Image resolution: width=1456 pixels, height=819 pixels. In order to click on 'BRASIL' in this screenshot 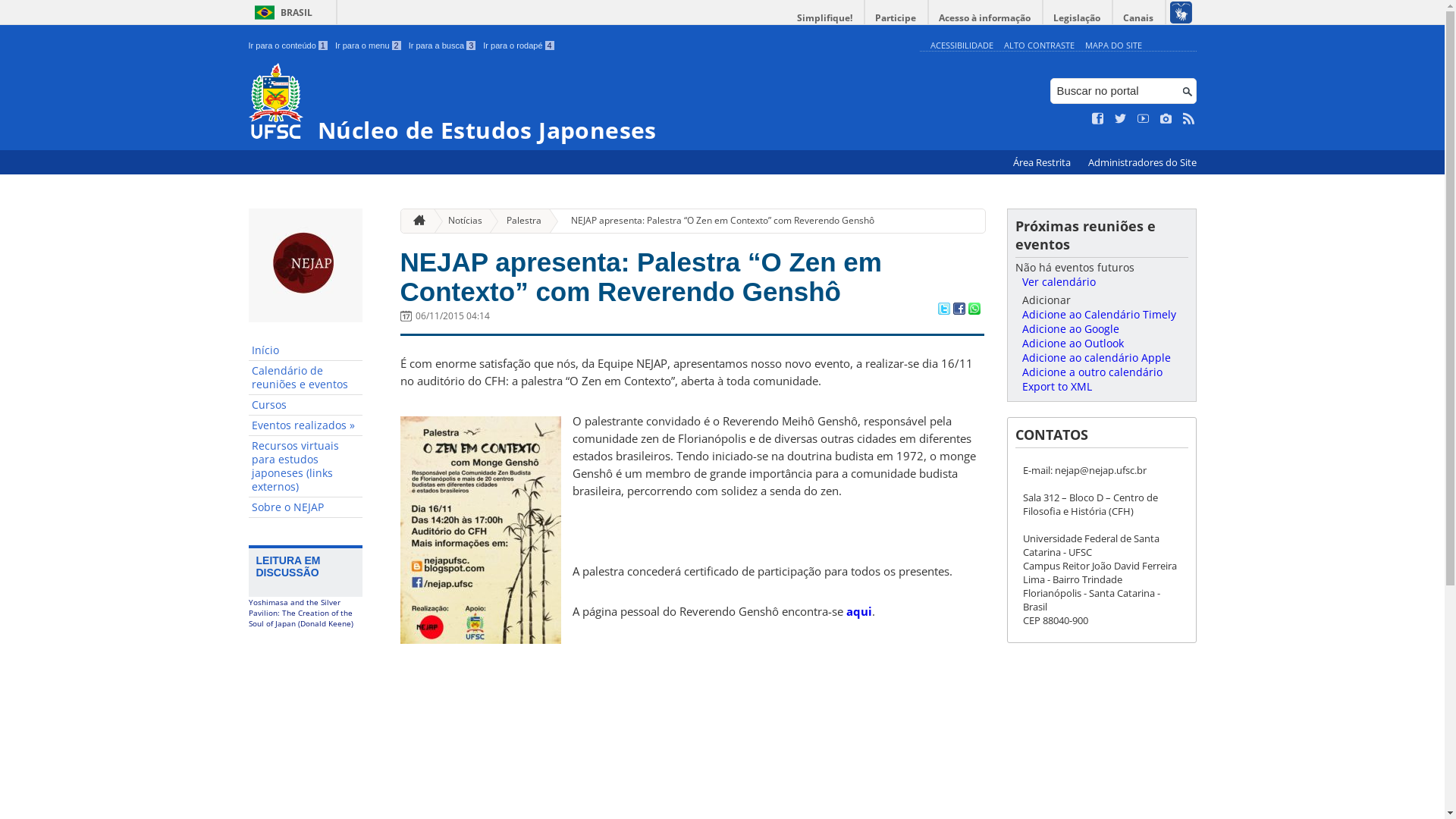, I will do `click(248, 12)`.